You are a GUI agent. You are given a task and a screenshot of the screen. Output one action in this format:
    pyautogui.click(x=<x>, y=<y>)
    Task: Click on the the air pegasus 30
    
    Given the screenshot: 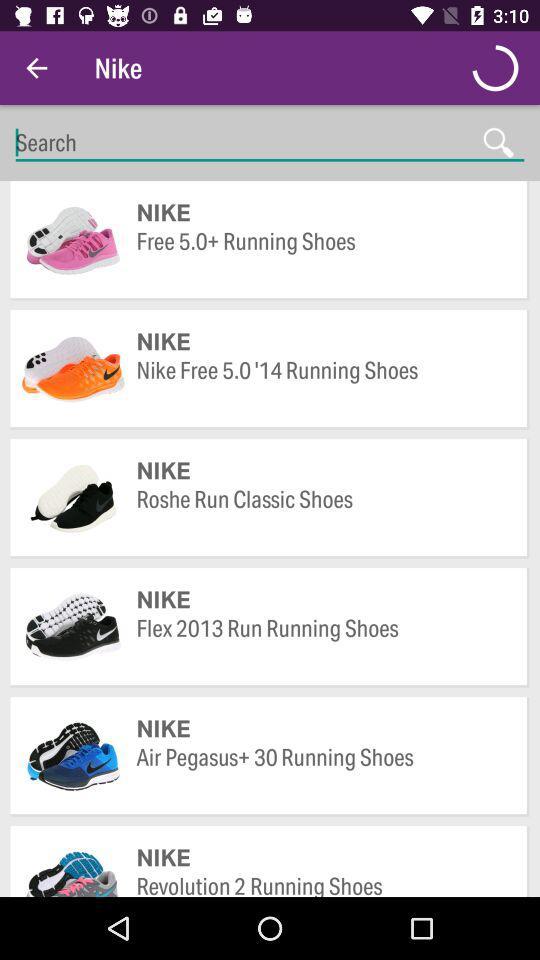 What is the action you would take?
    pyautogui.click(x=322, y=771)
    